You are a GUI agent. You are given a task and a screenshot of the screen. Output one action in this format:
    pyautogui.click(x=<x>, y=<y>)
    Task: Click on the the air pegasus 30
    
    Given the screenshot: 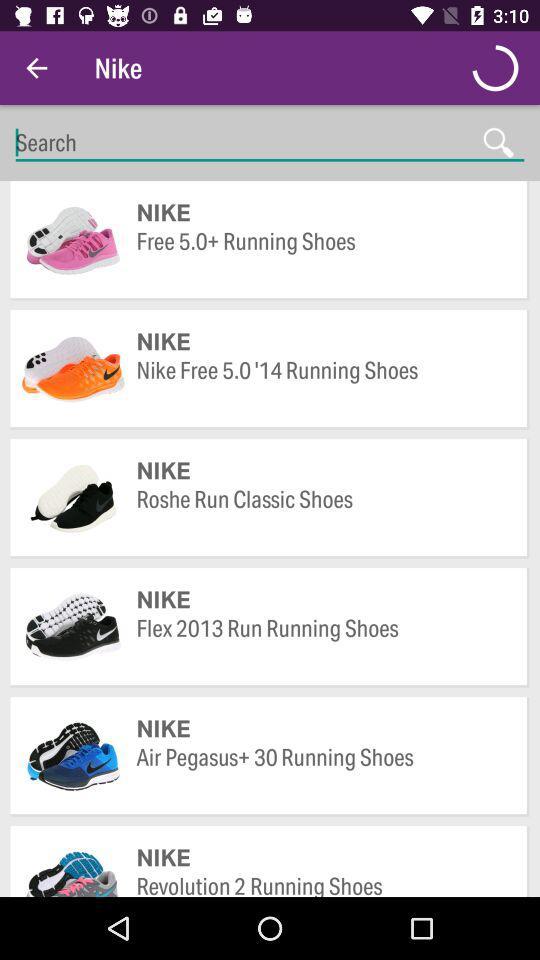 What is the action you would take?
    pyautogui.click(x=322, y=771)
    